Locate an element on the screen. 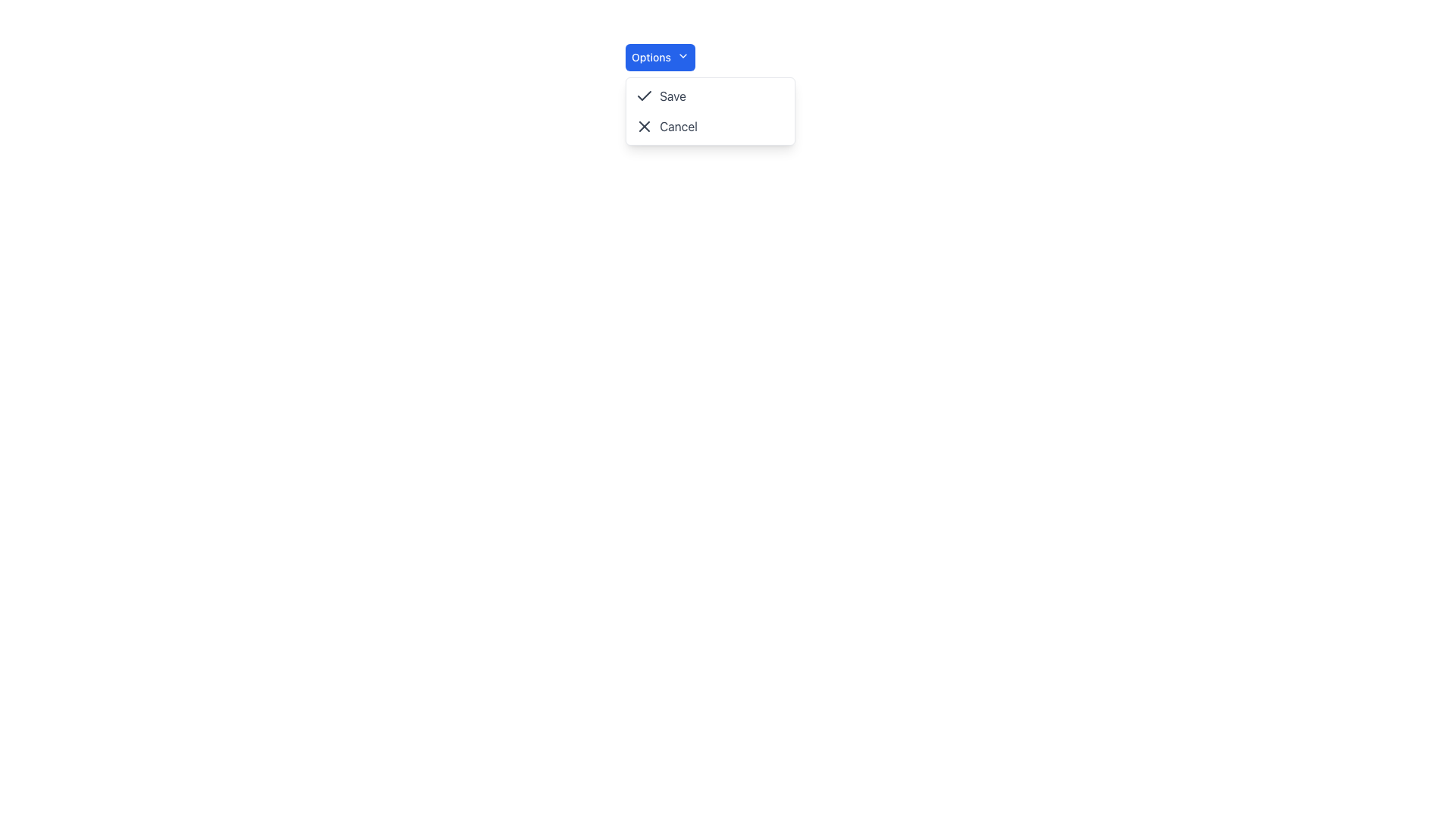 This screenshot has height=819, width=1456. the 'Cancel' text label displayed in gray color within the dropdown menu, which is positioned to the right of an icon and below the 'Save' option is located at coordinates (678, 125).